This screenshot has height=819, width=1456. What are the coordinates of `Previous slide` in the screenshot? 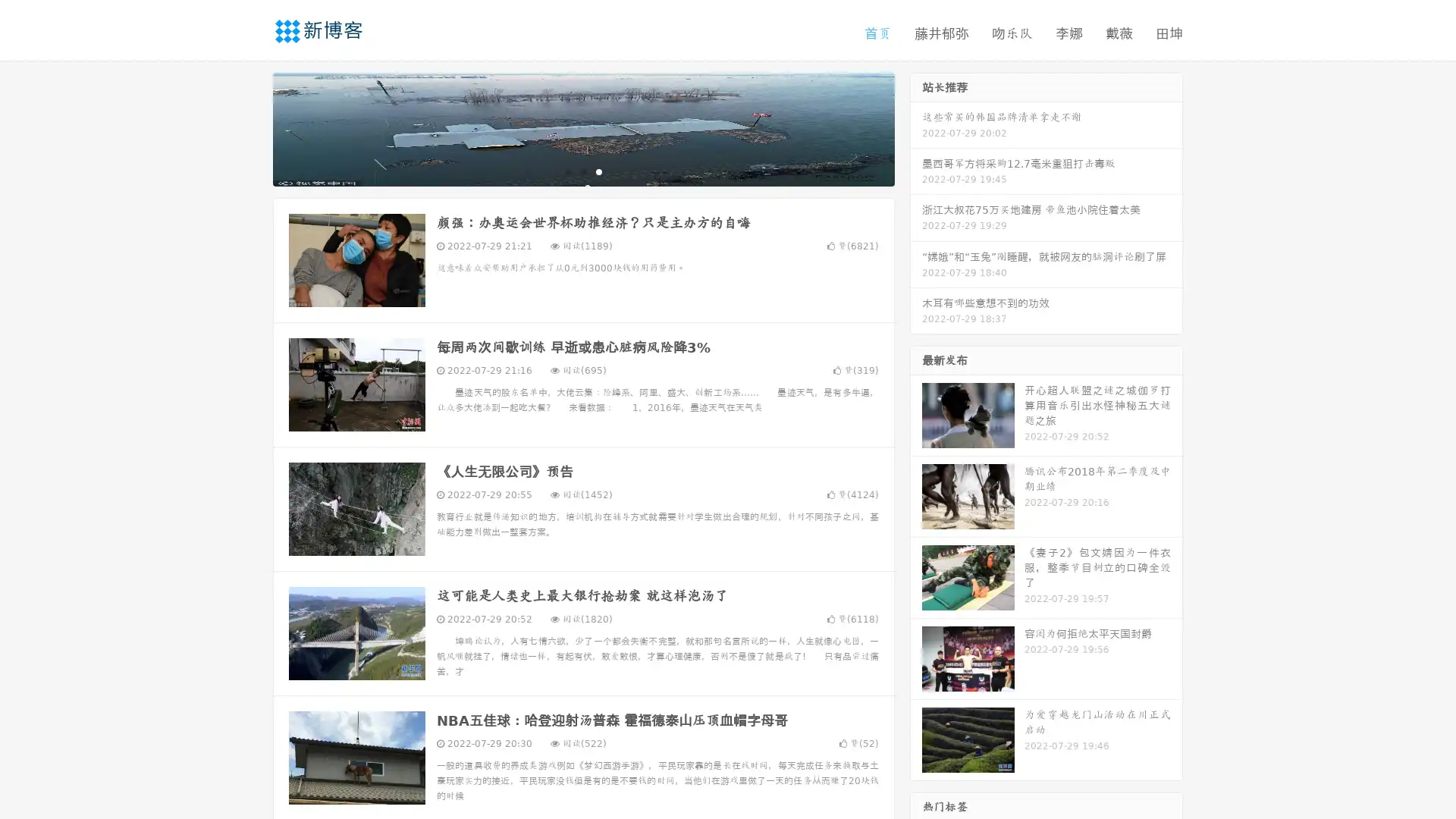 It's located at (250, 127).